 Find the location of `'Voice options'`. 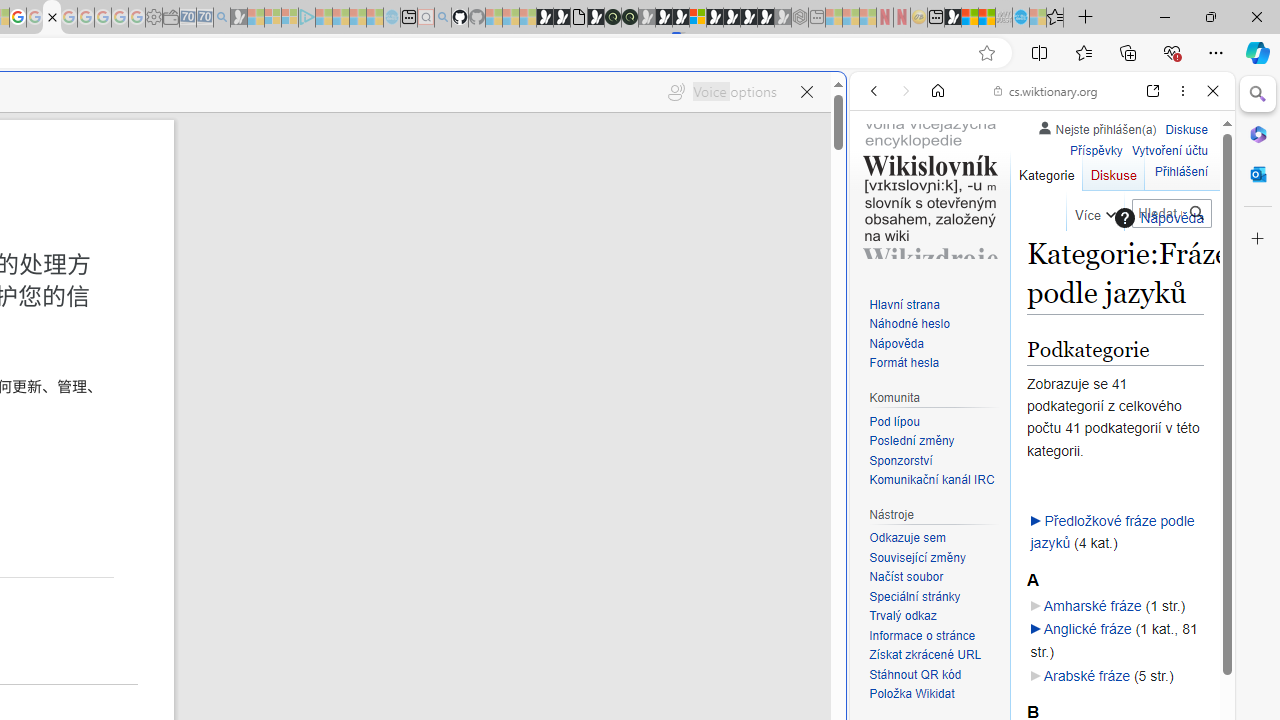

'Voice options' is located at coordinates (720, 92).